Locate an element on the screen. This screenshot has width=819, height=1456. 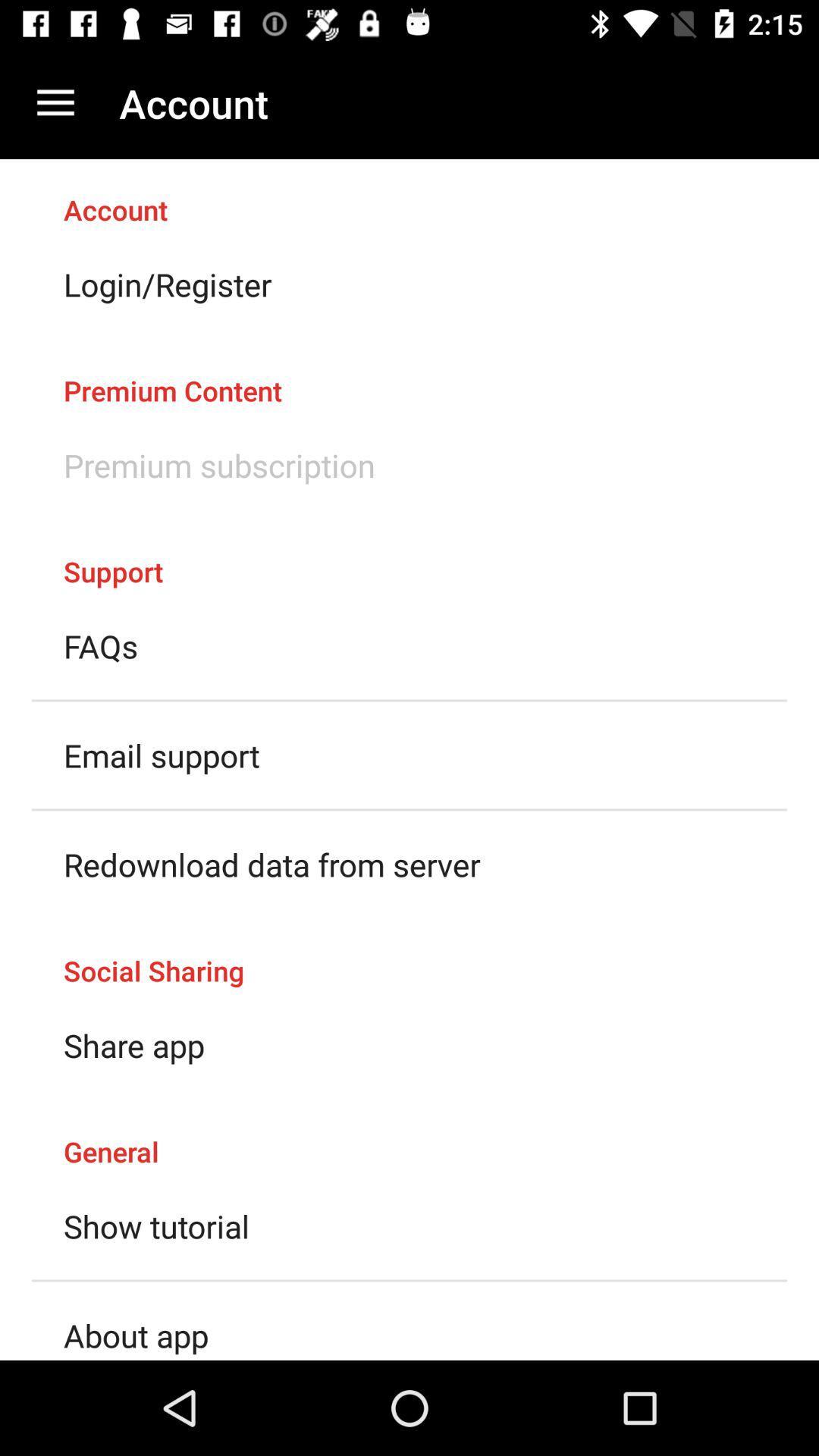
premium subscription icon is located at coordinates (219, 464).